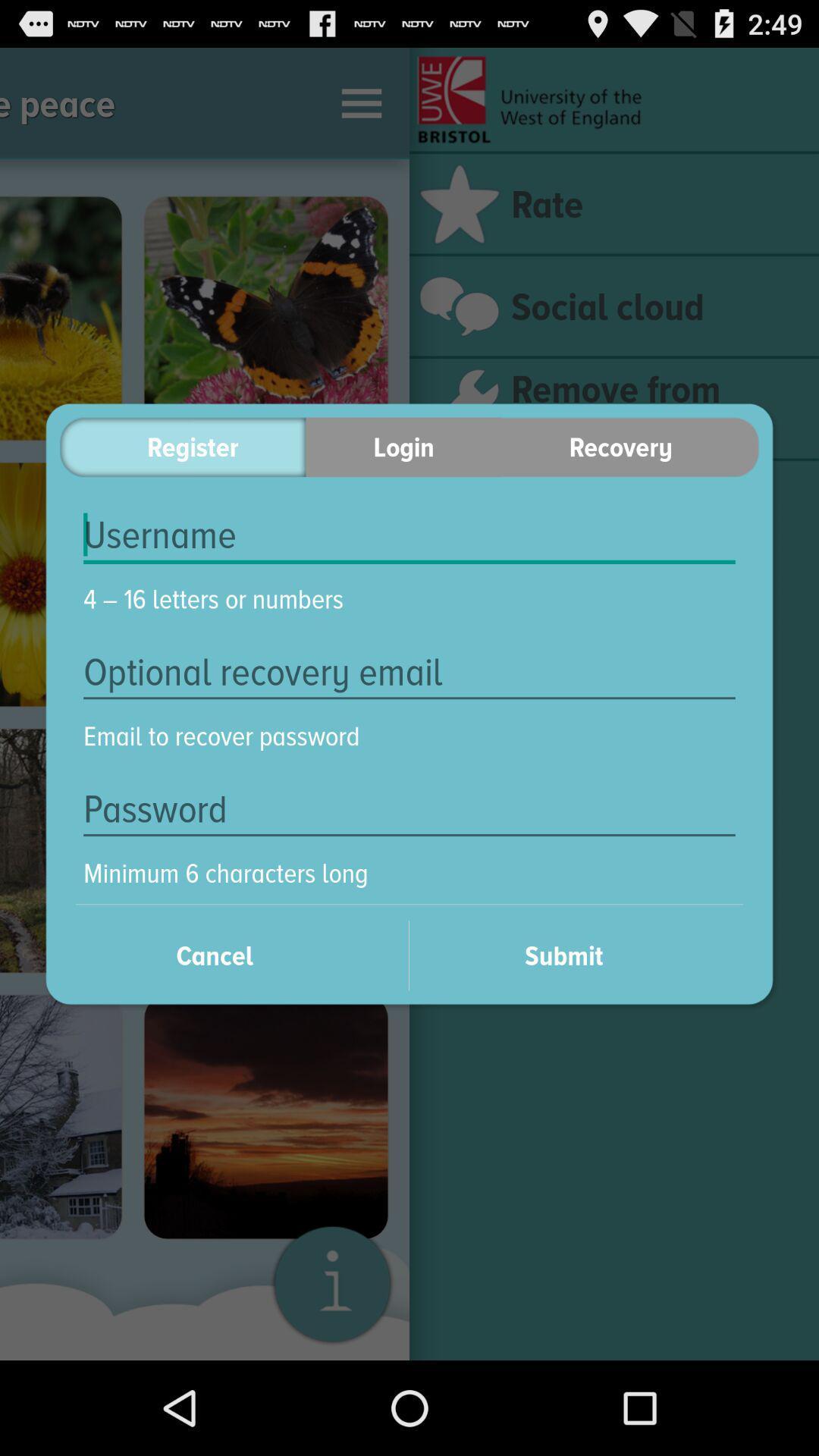 The width and height of the screenshot is (819, 1456). Describe the element at coordinates (182, 446) in the screenshot. I see `the register` at that location.